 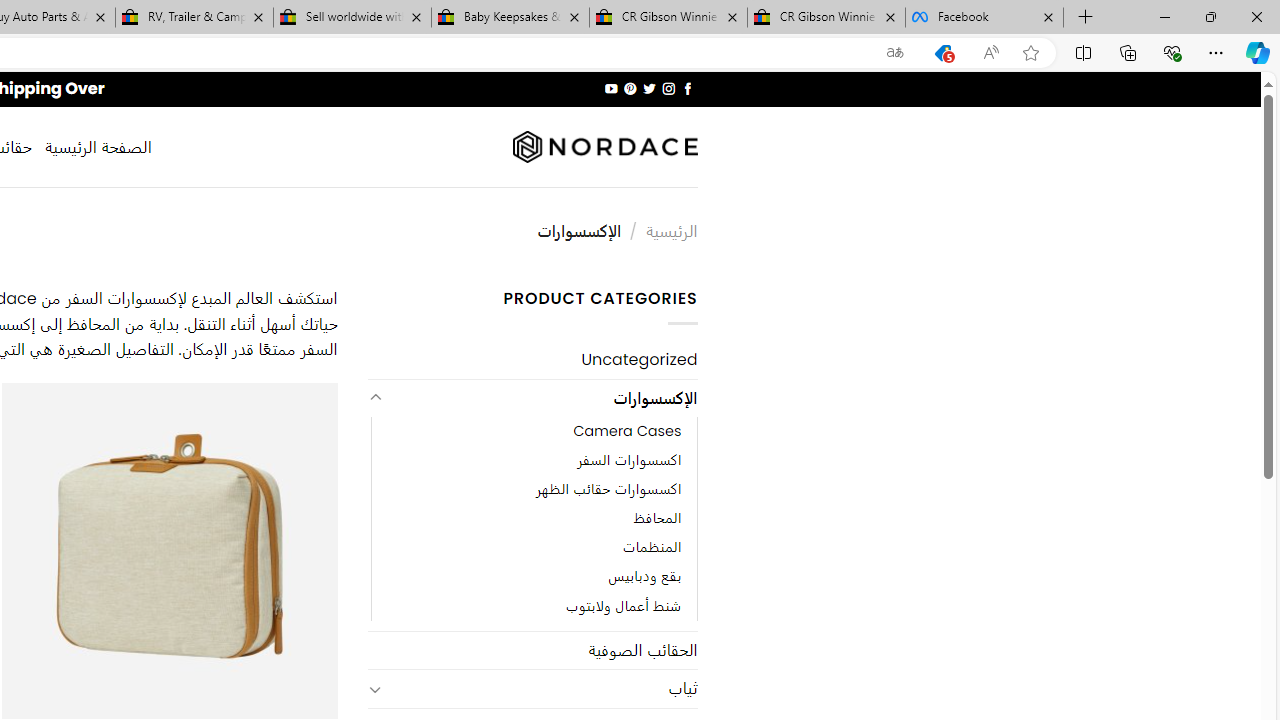 I want to click on 'Follow on YouTube', so click(x=610, y=88).